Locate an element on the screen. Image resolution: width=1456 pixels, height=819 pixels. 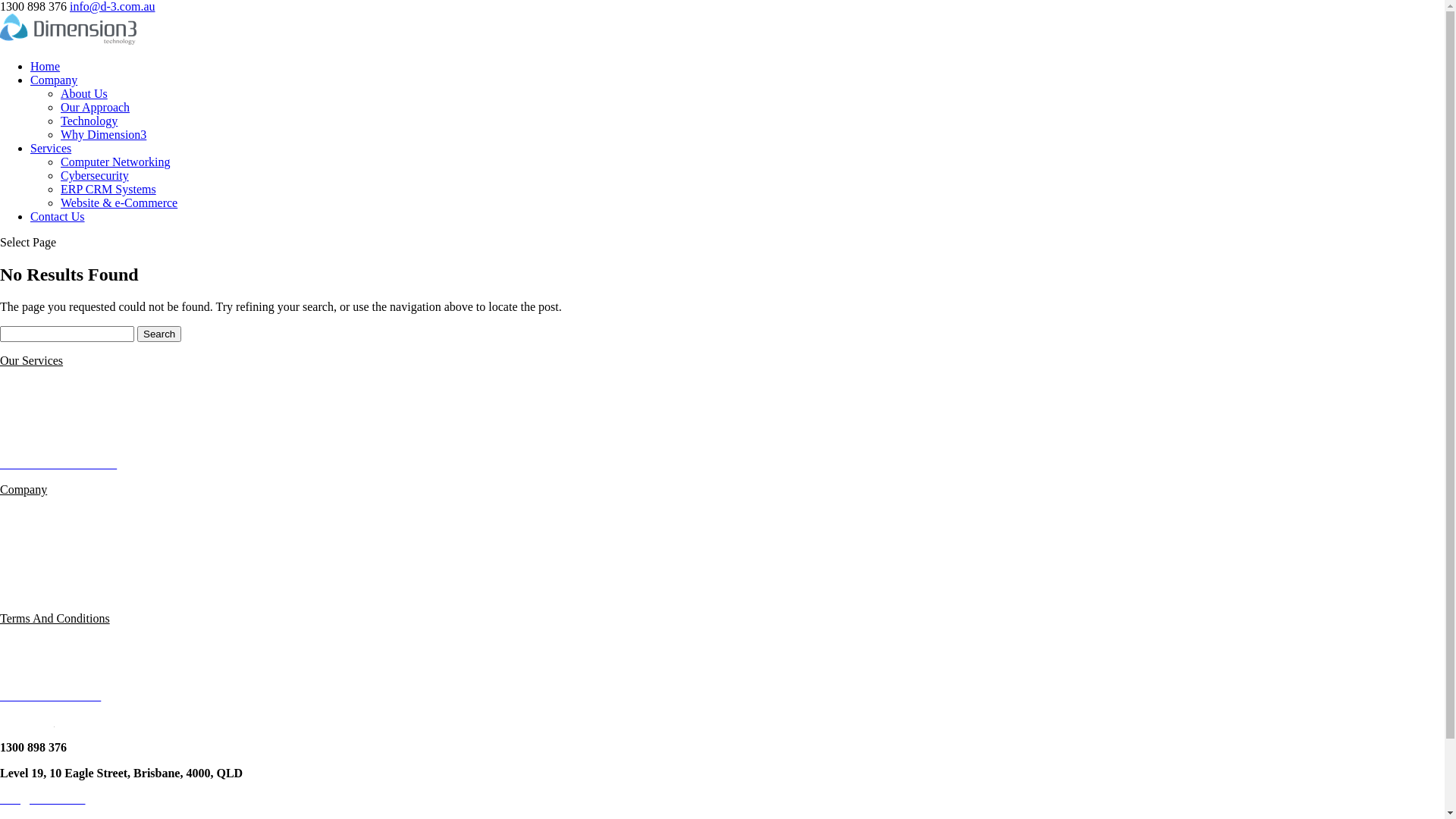
'ERP CRM Systems' is located at coordinates (108, 188).